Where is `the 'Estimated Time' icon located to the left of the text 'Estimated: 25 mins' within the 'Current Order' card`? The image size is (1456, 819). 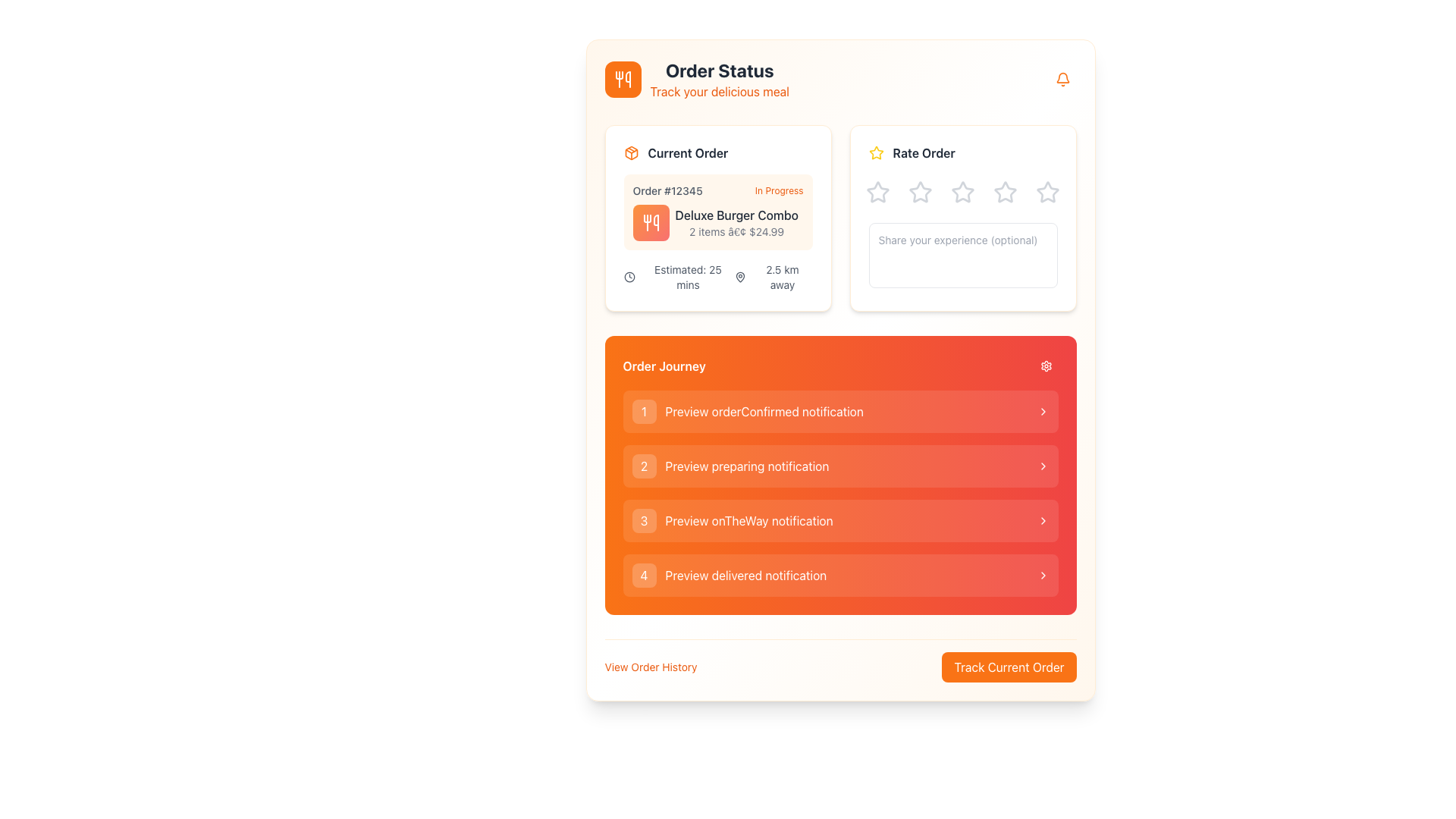
the 'Estimated Time' icon located to the left of the text 'Estimated: 25 mins' within the 'Current Order' card is located at coordinates (629, 278).